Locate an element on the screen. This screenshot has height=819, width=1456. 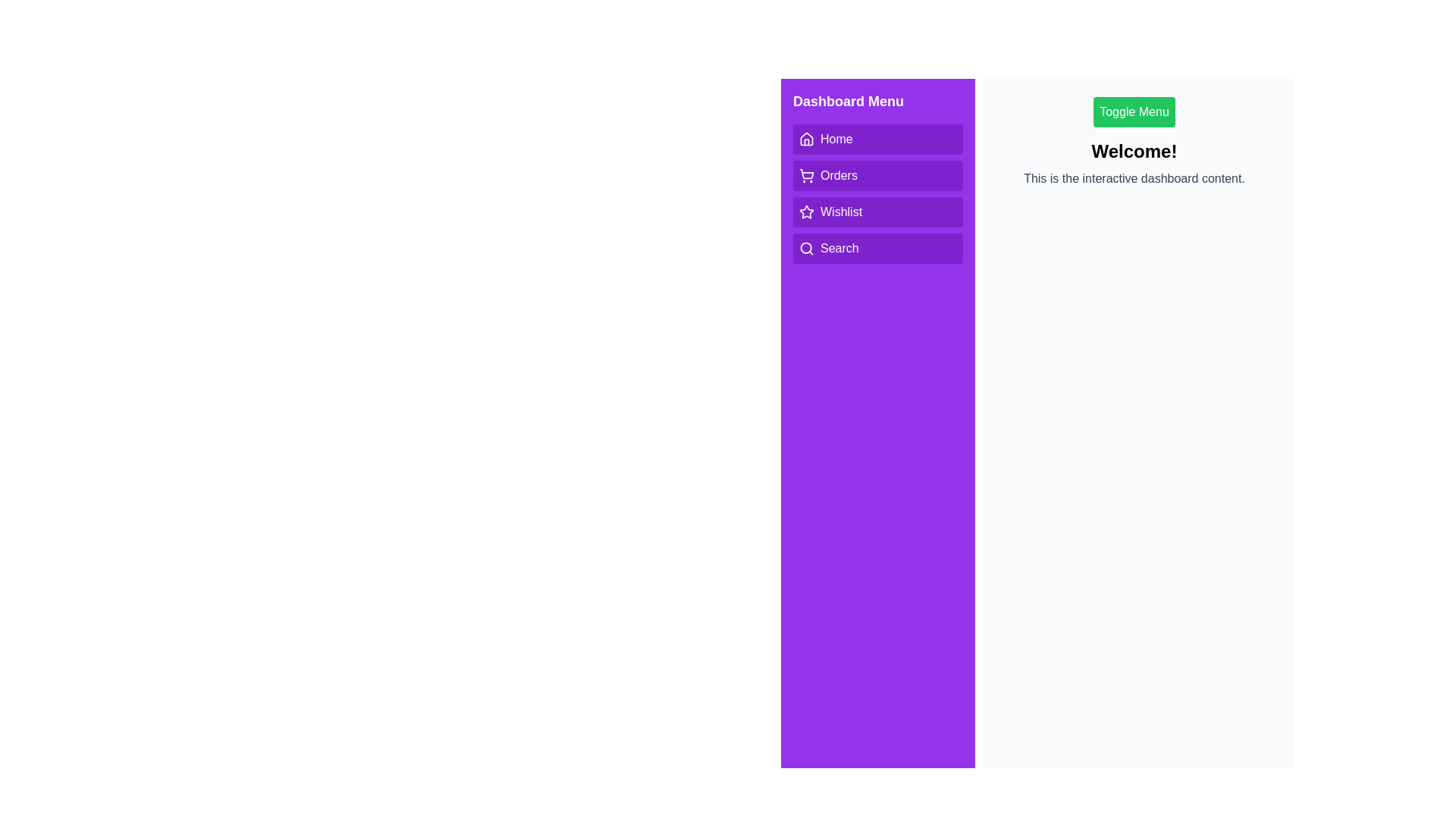
the menu option Home to observe the hover effect is located at coordinates (877, 140).